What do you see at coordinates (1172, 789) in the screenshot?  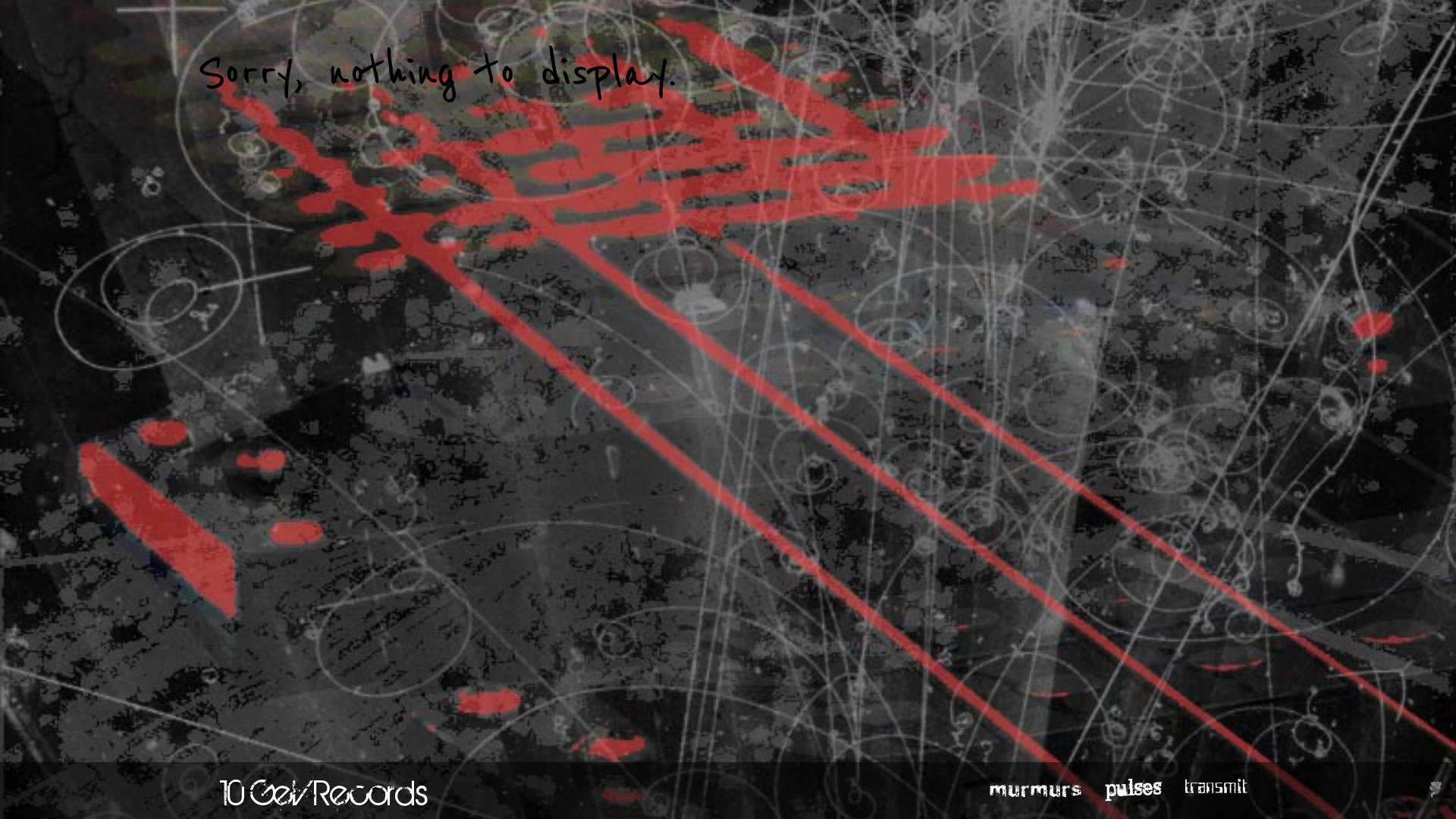 I see `'transmit'` at bounding box center [1172, 789].